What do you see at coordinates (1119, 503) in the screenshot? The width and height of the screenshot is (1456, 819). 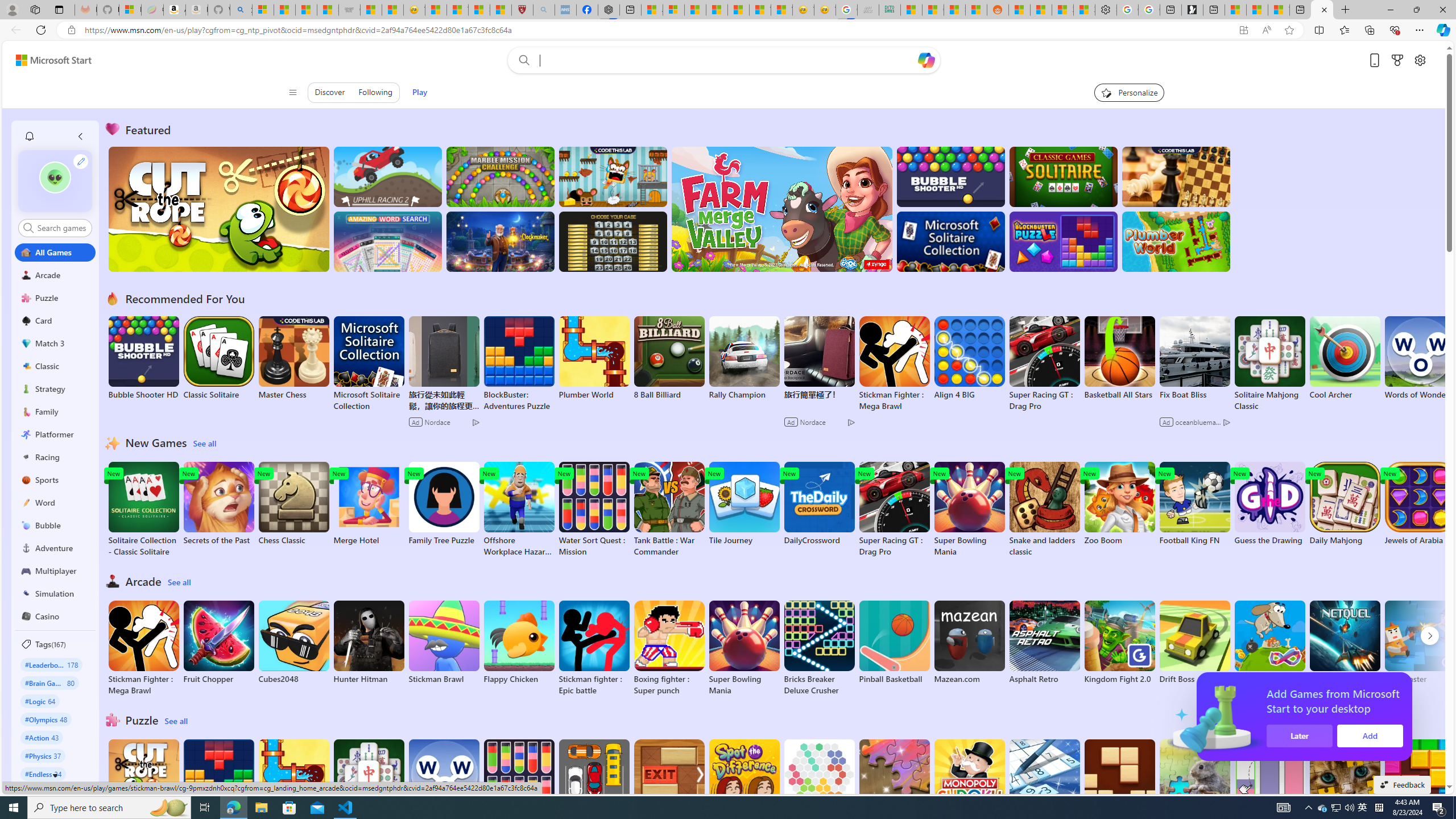 I see `'Zoo Boom'` at bounding box center [1119, 503].